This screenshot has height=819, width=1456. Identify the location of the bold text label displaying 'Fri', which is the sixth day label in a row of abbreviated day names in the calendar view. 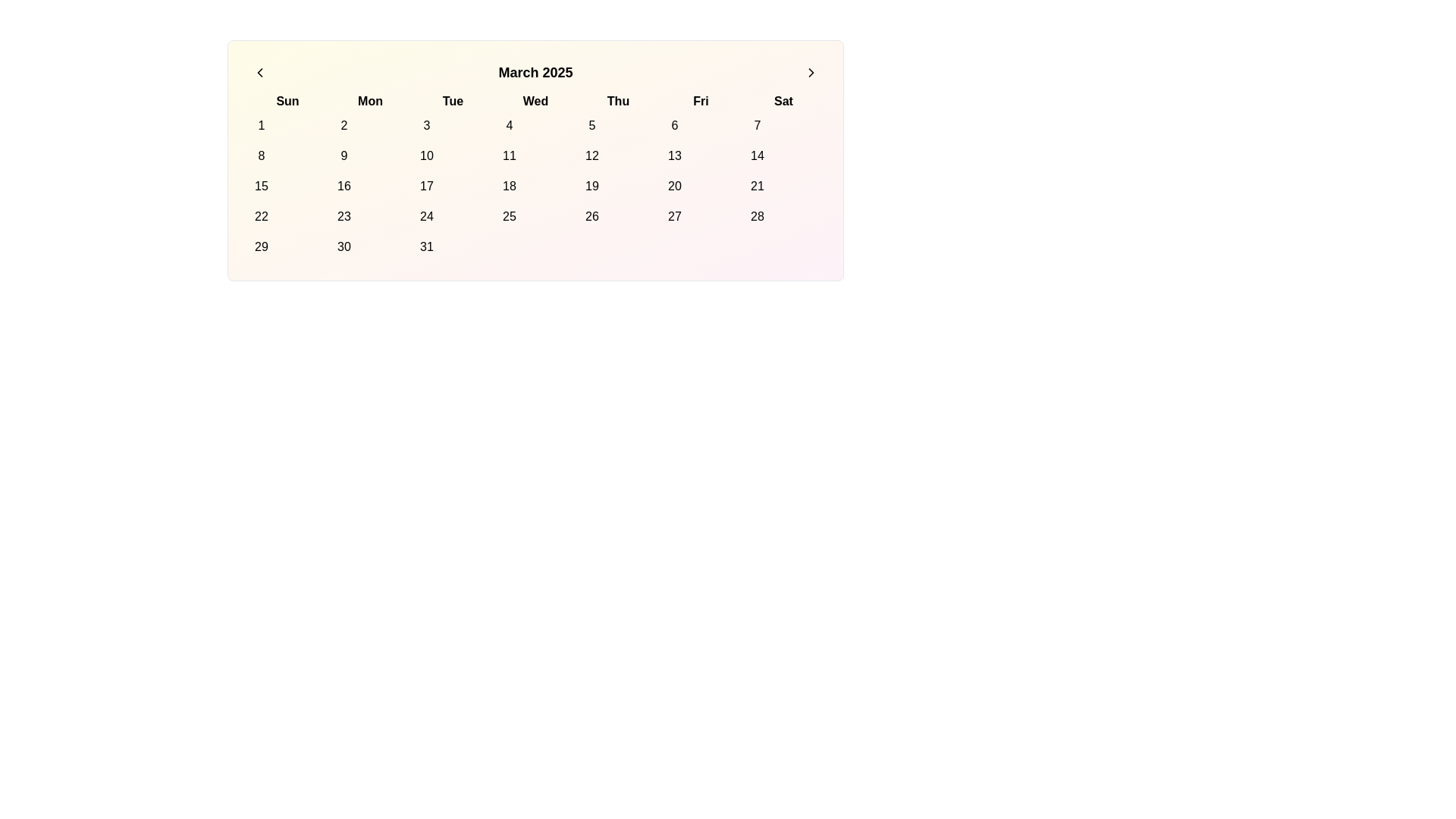
(700, 102).